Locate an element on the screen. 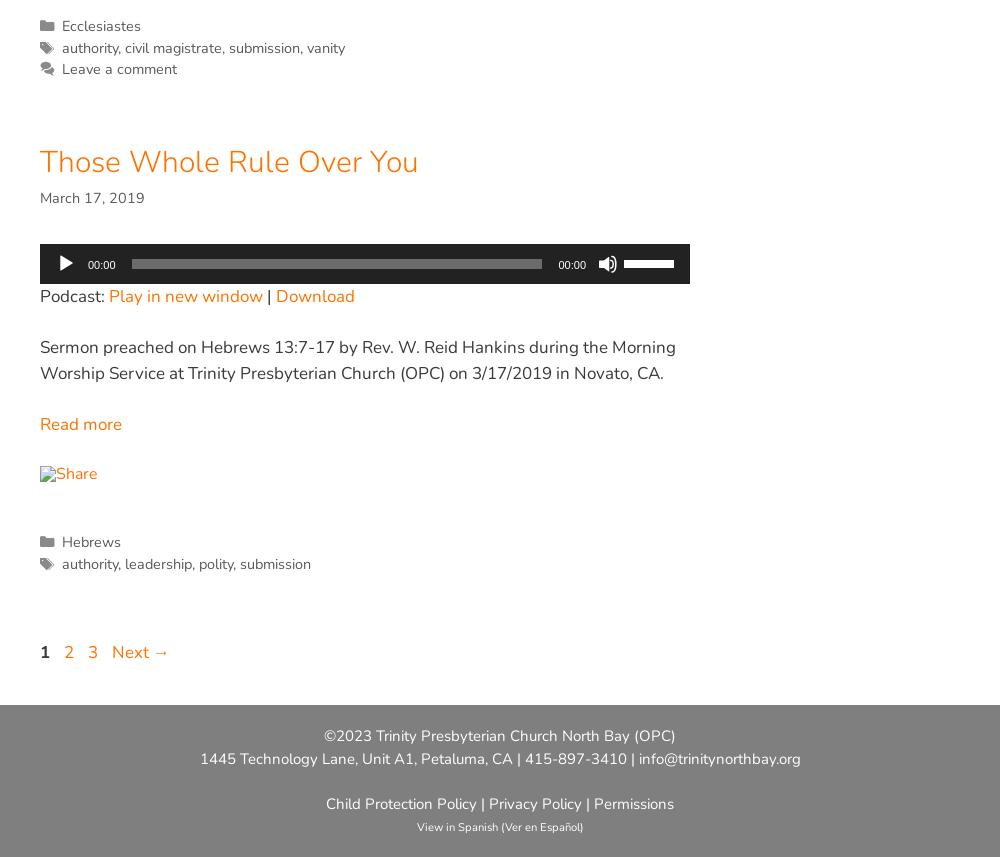 The image size is (1000, 857). 'View in Spanish (Ver en Español)' is located at coordinates (498, 826).